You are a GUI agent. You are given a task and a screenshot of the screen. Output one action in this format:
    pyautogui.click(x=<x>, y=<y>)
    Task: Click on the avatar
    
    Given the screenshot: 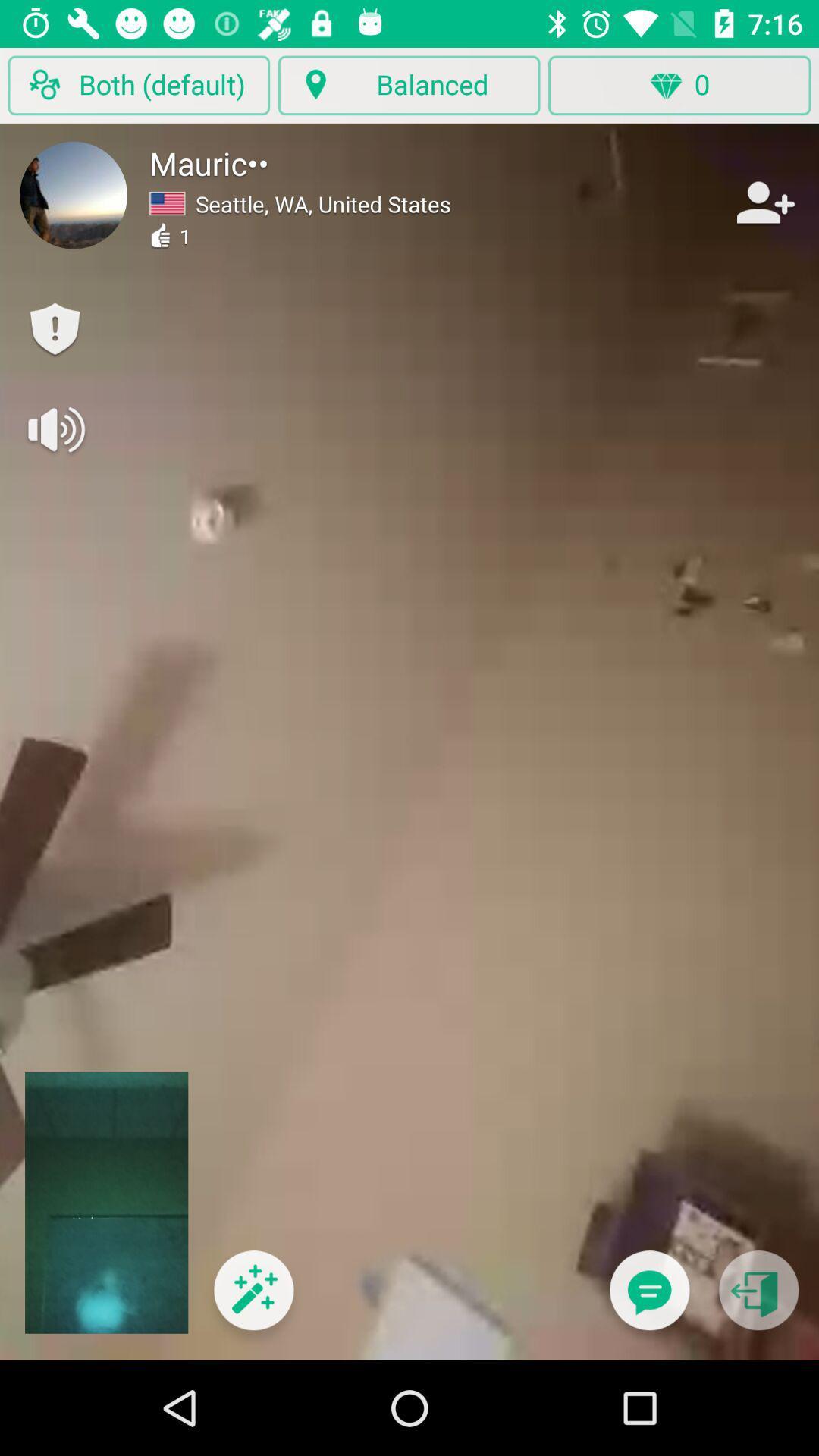 What is the action you would take?
    pyautogui.click(x=74, y=194)
    